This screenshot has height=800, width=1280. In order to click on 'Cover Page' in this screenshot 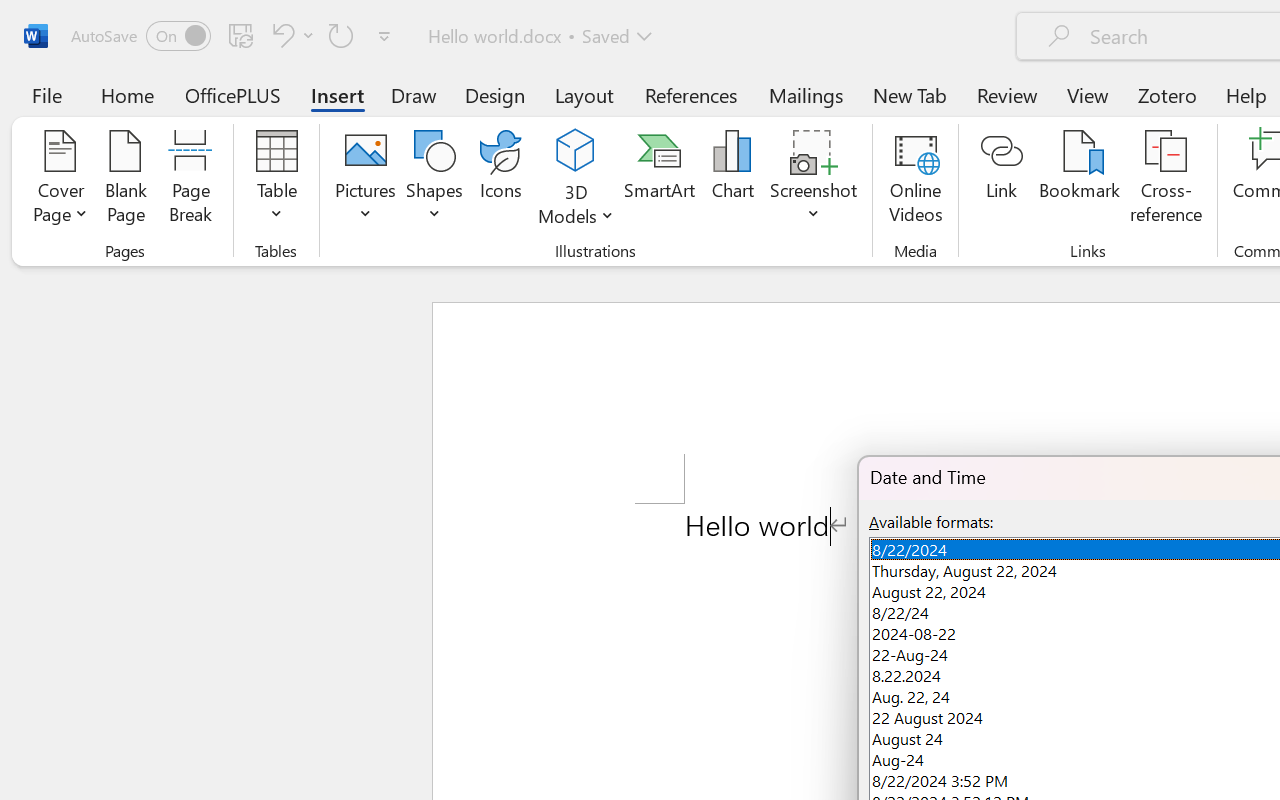, I will do `click(60, 179)`.